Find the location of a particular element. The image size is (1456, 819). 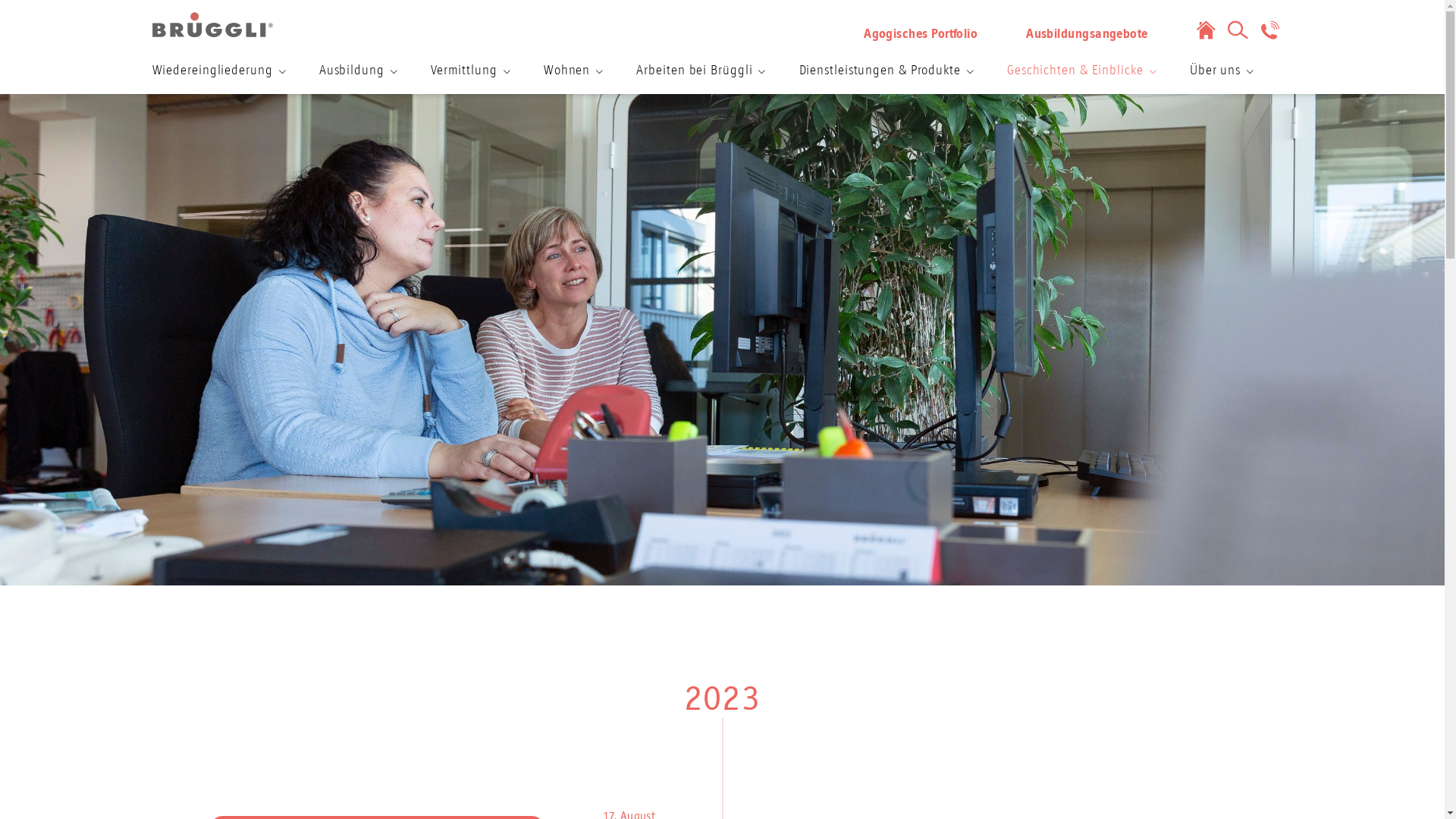

'Geschichten & Einblicke' is located at coordinates (1081, 71).